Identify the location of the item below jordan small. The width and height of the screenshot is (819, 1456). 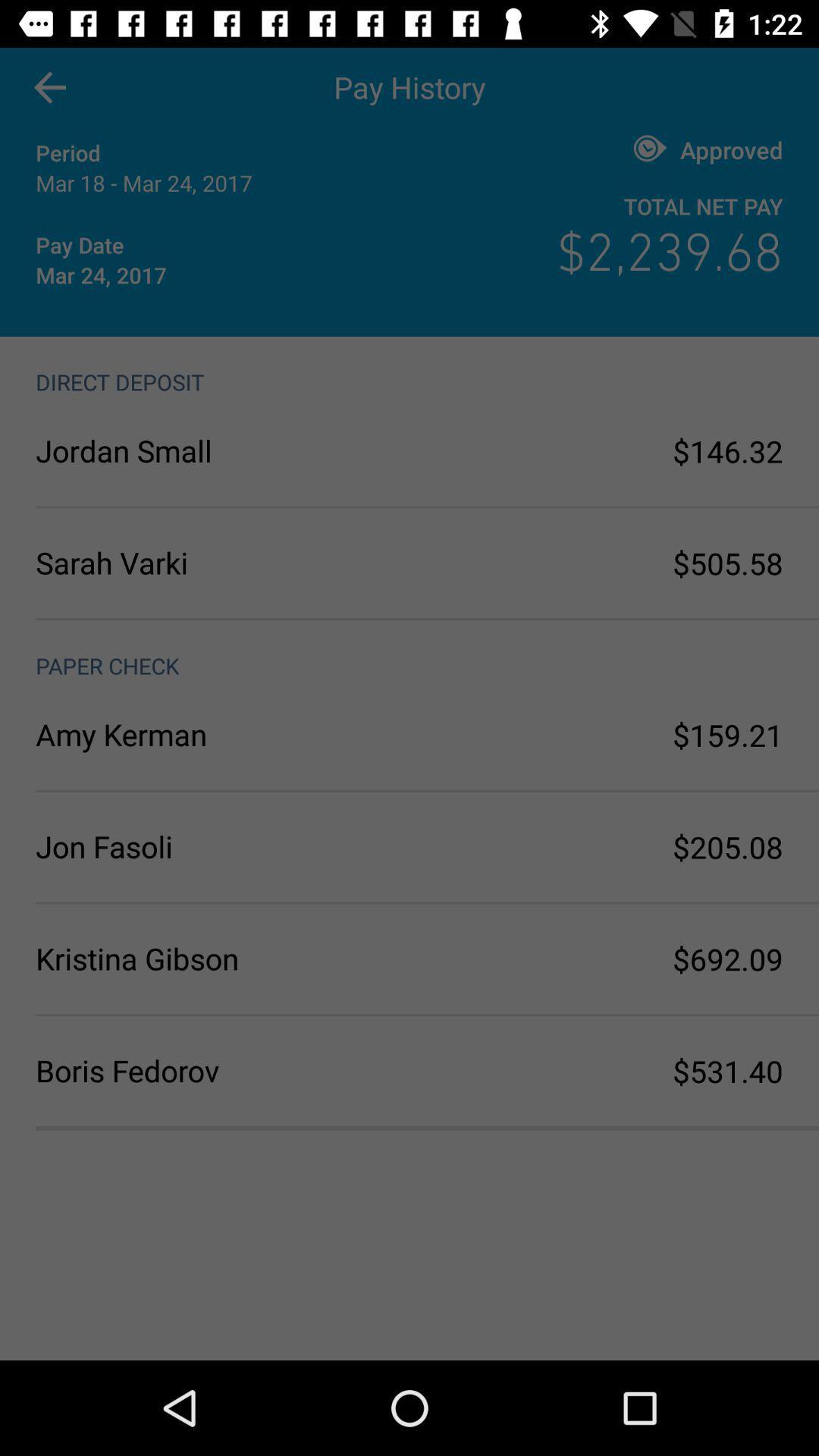
(222, 562).